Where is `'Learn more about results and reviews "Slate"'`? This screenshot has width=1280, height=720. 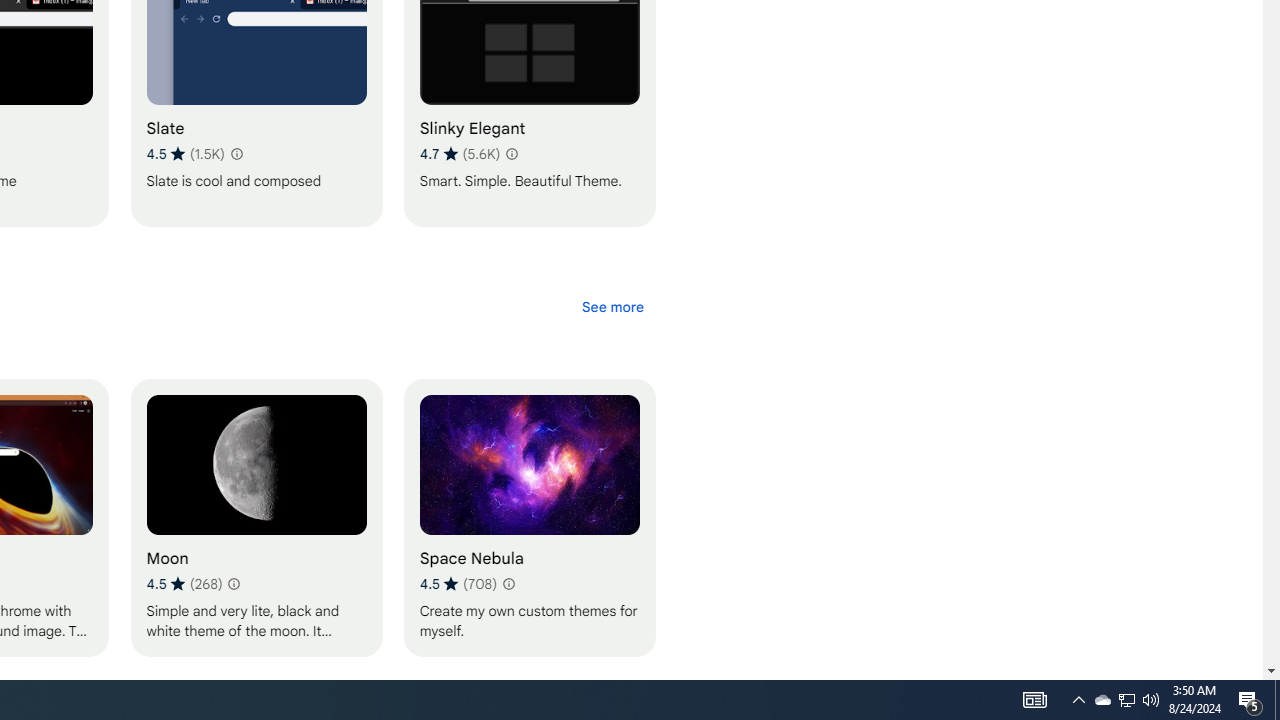 'Learn more about results and reviews "Slate"' is located at coordinates (236, 153).